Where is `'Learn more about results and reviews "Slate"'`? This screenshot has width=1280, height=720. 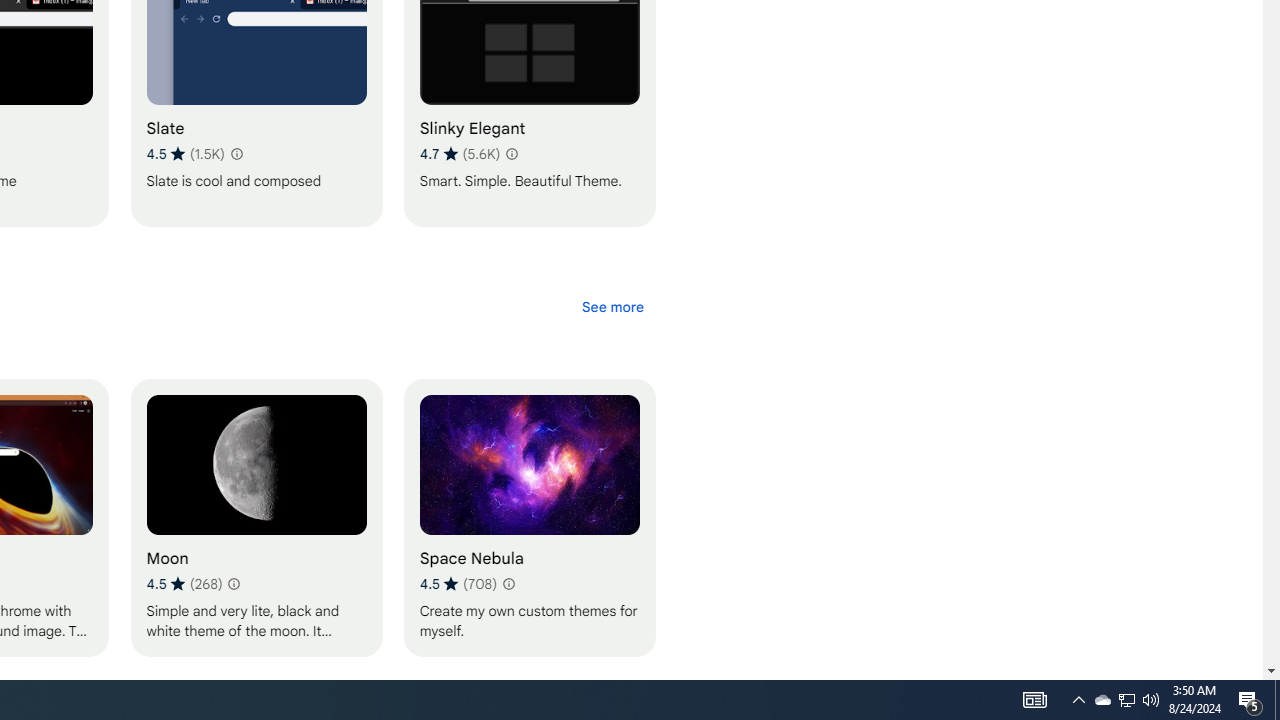 'Learn more about results and reviews "Slate"' is located at coordinates (236, 153).